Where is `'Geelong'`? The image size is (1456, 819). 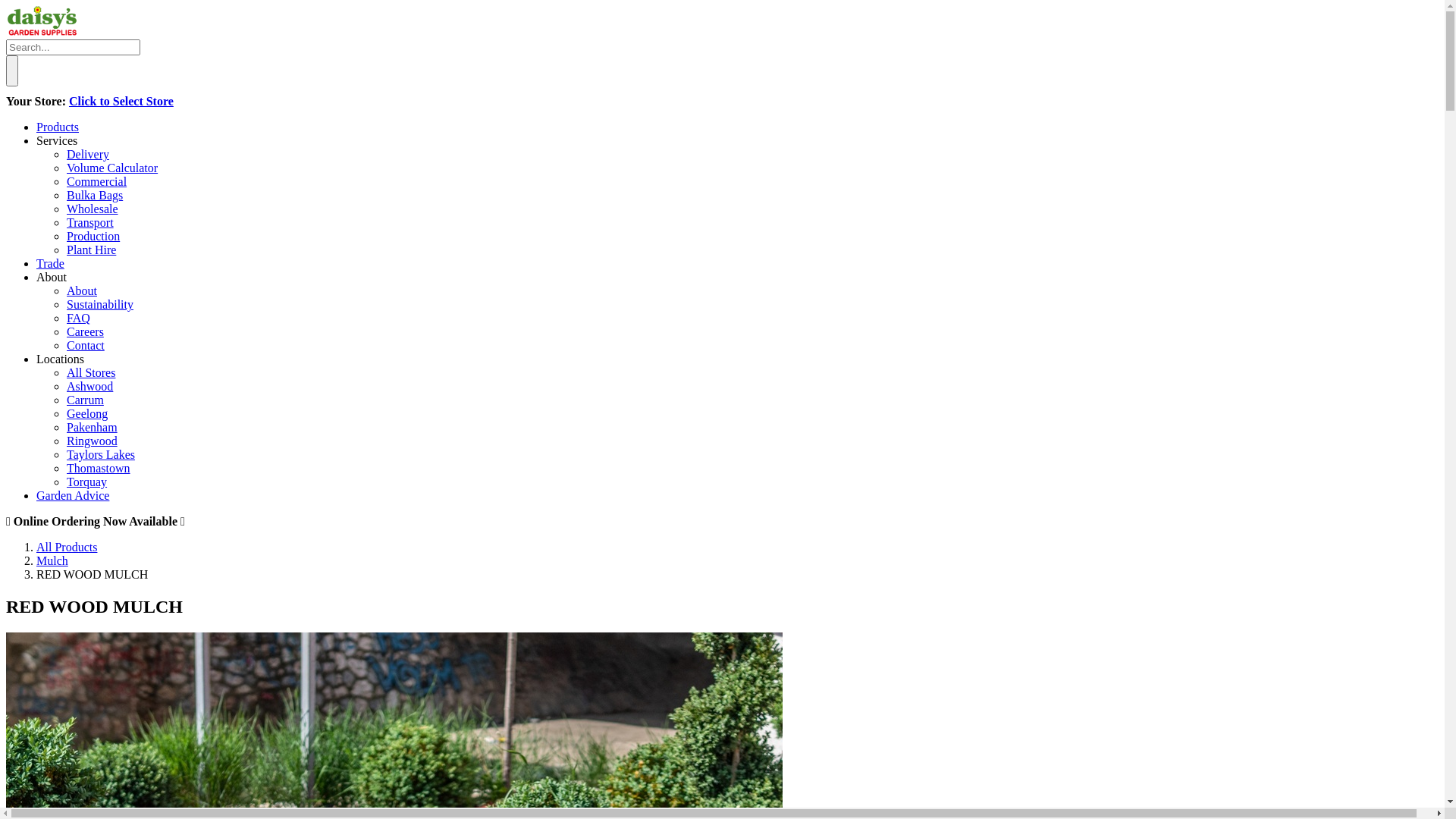
'Geelong' is located at coordinates (86, 413).